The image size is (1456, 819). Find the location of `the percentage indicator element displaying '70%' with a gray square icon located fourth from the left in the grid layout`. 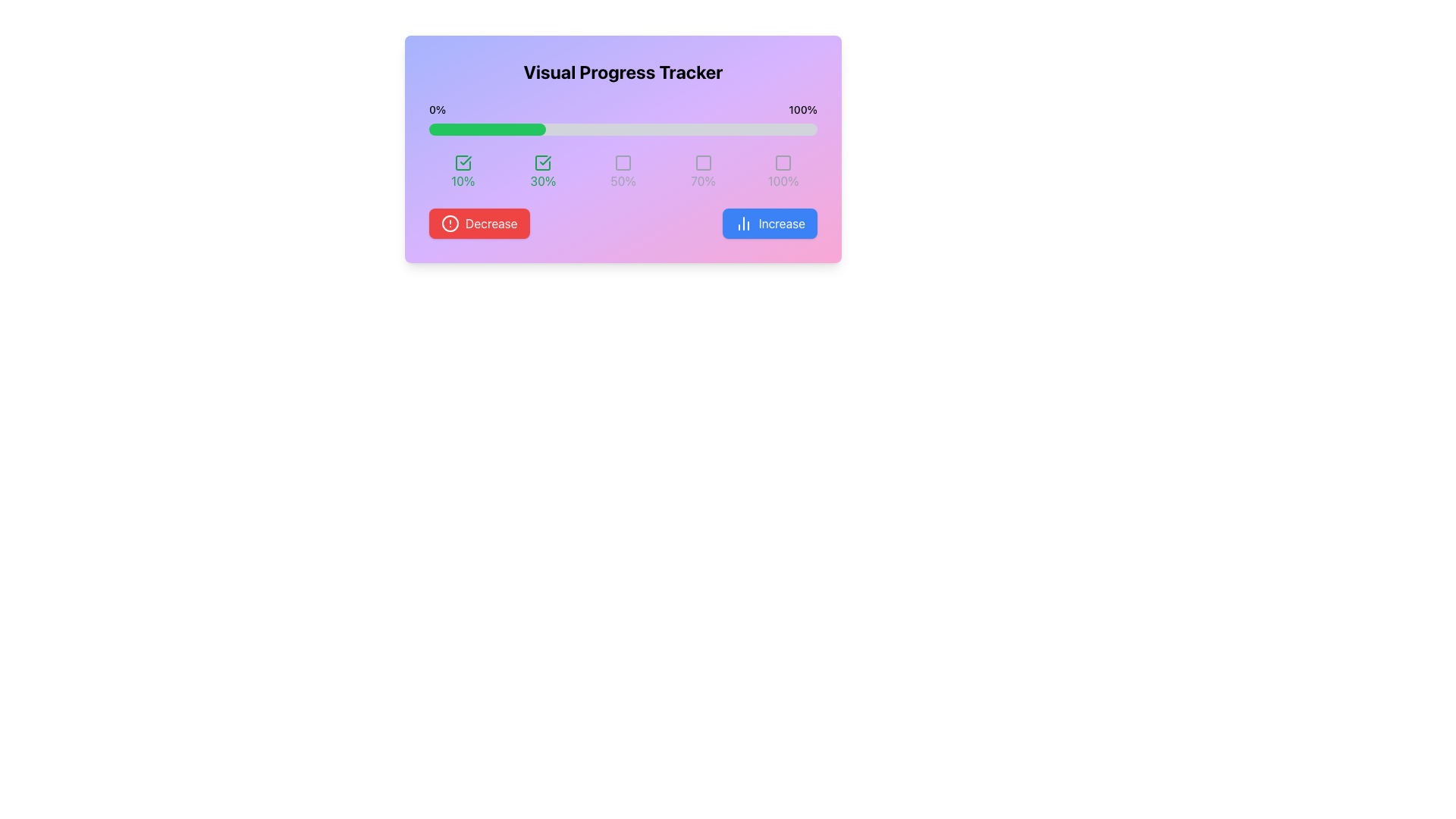

the percentage indicator element displaying '70%' with a gray square icon located fourth from the left in the grid layout is located at coordinates (702, 171).